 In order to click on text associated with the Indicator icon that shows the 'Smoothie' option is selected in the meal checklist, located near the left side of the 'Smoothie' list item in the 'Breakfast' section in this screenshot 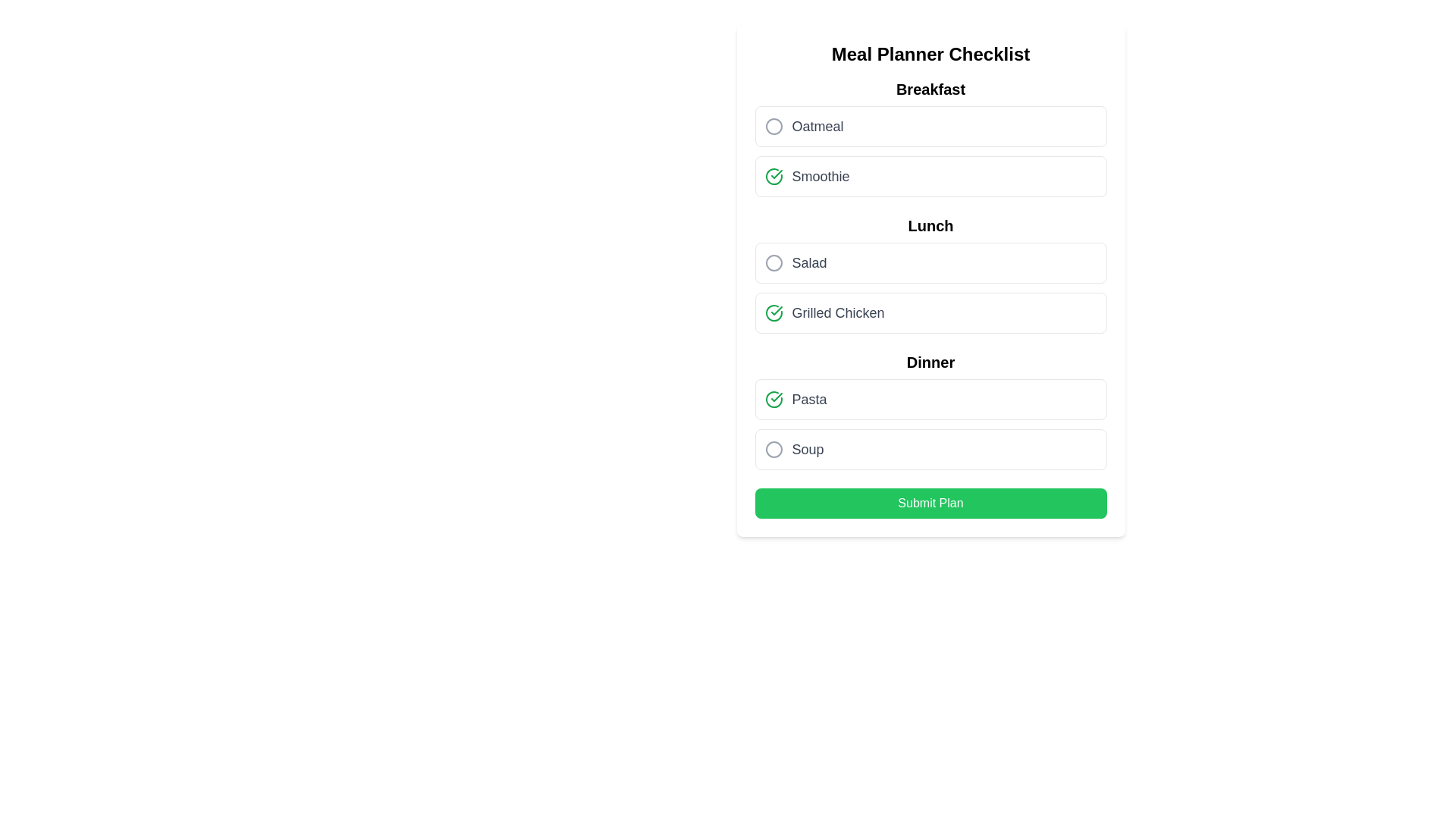, I will do `click(773, 175)`.